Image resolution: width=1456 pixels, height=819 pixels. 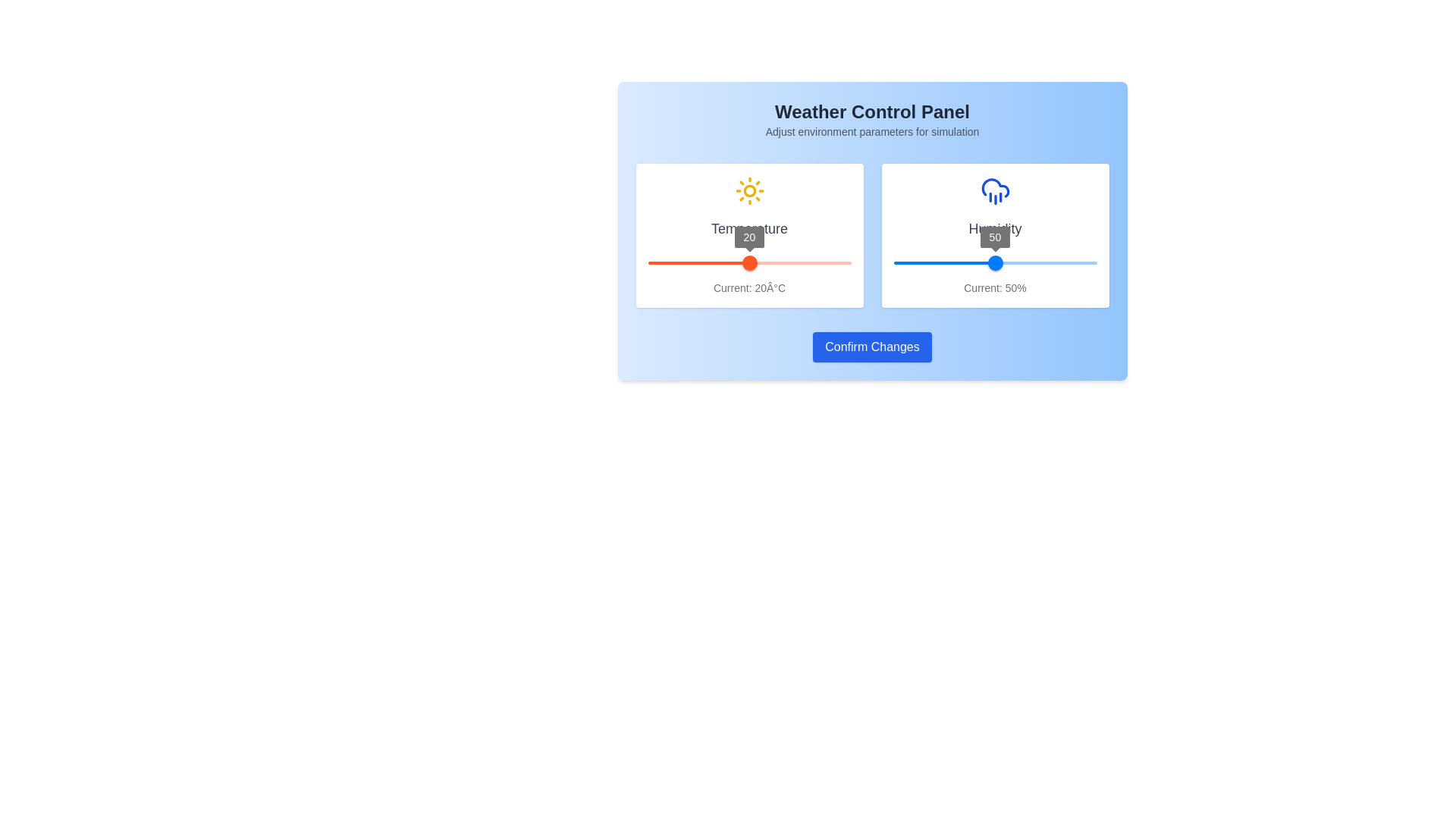 I want to click on the humidity percentage, so click(x=960, y=262).